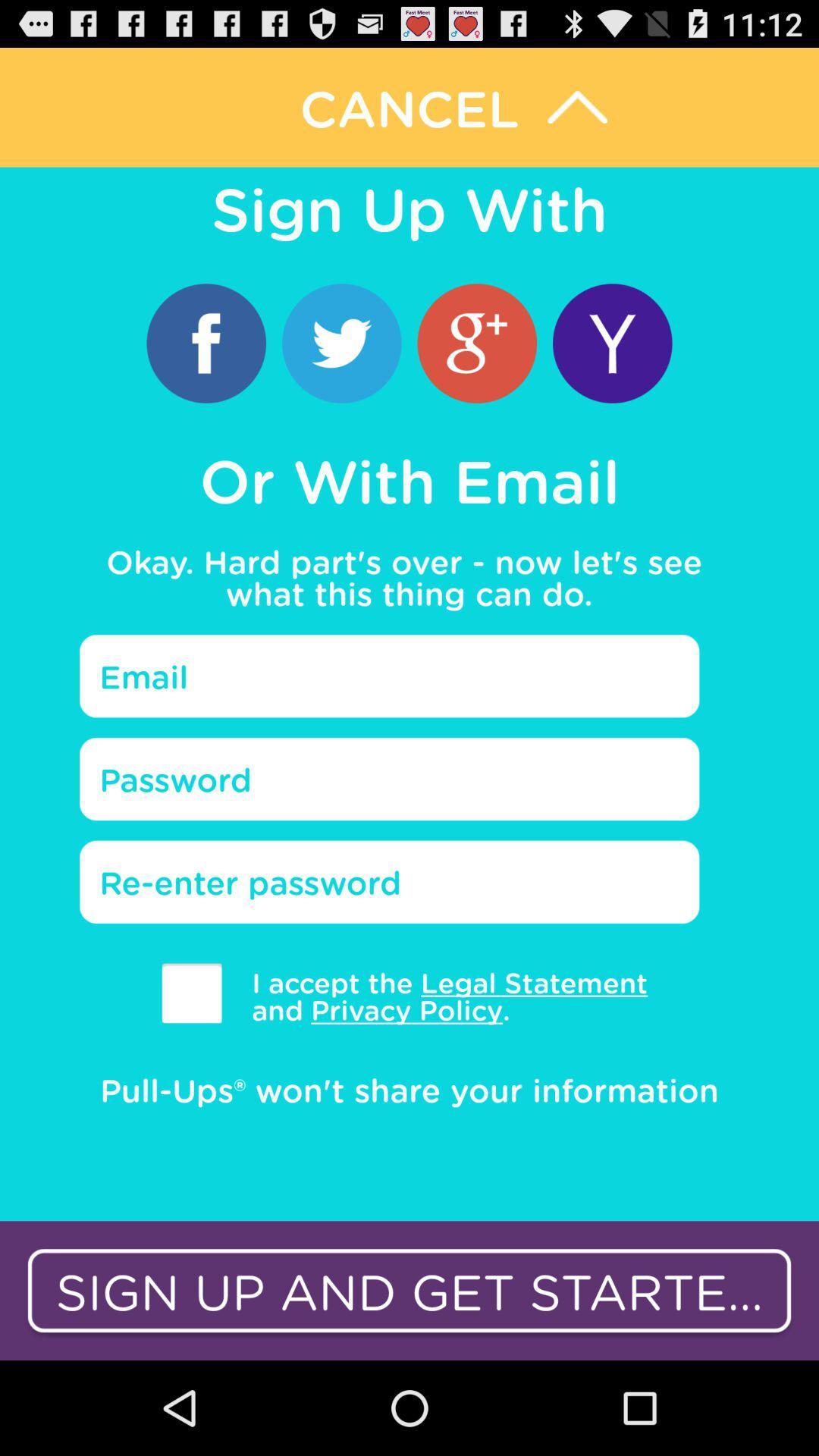  What do you see at coordinates (388, 882) in the screenshot?
I see `confirm password` at bounding box center [388, 882].